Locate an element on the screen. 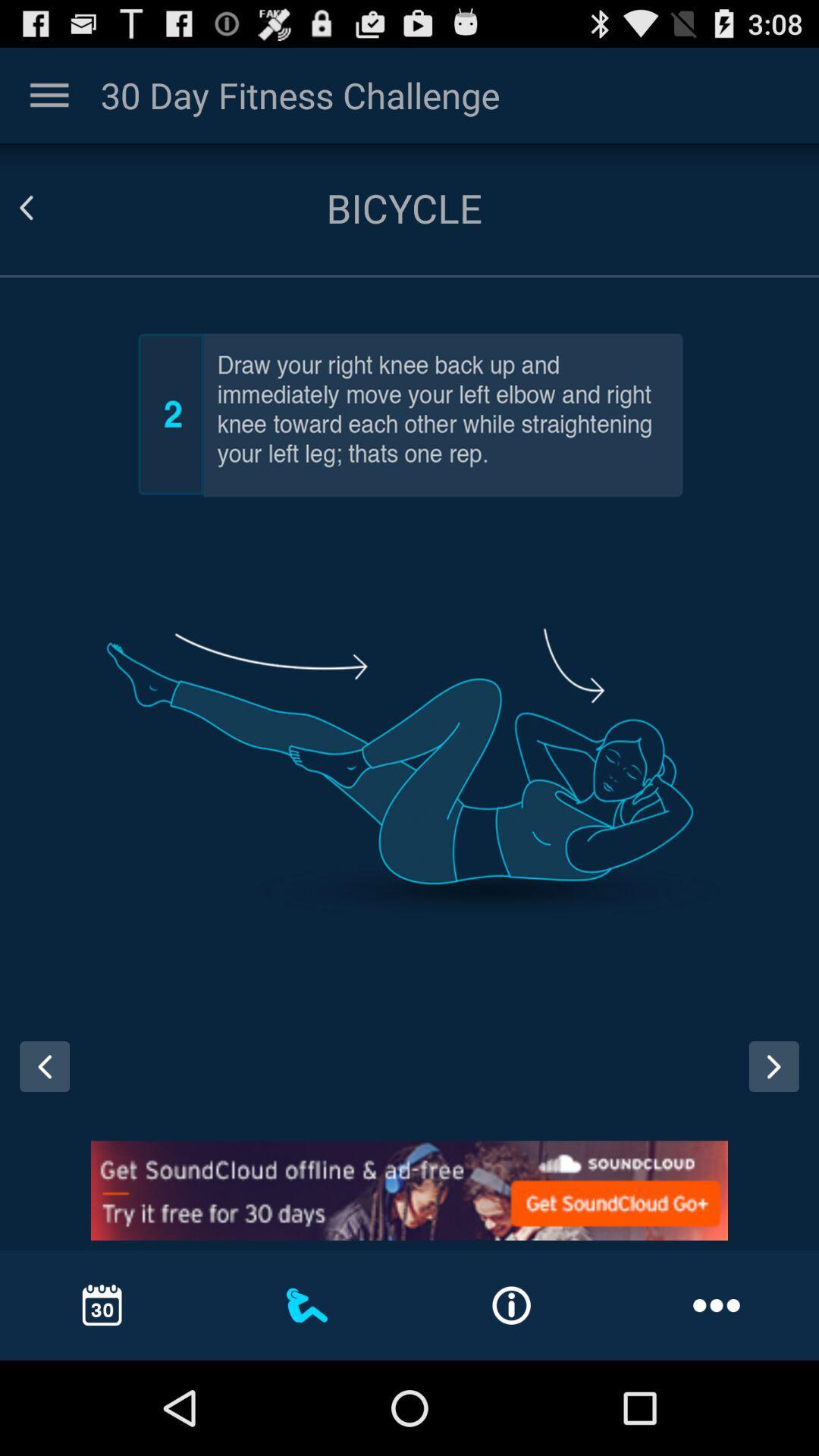 The image size is (819, 1456). the arrow_forward icon is located at coordinates (779, 1156).